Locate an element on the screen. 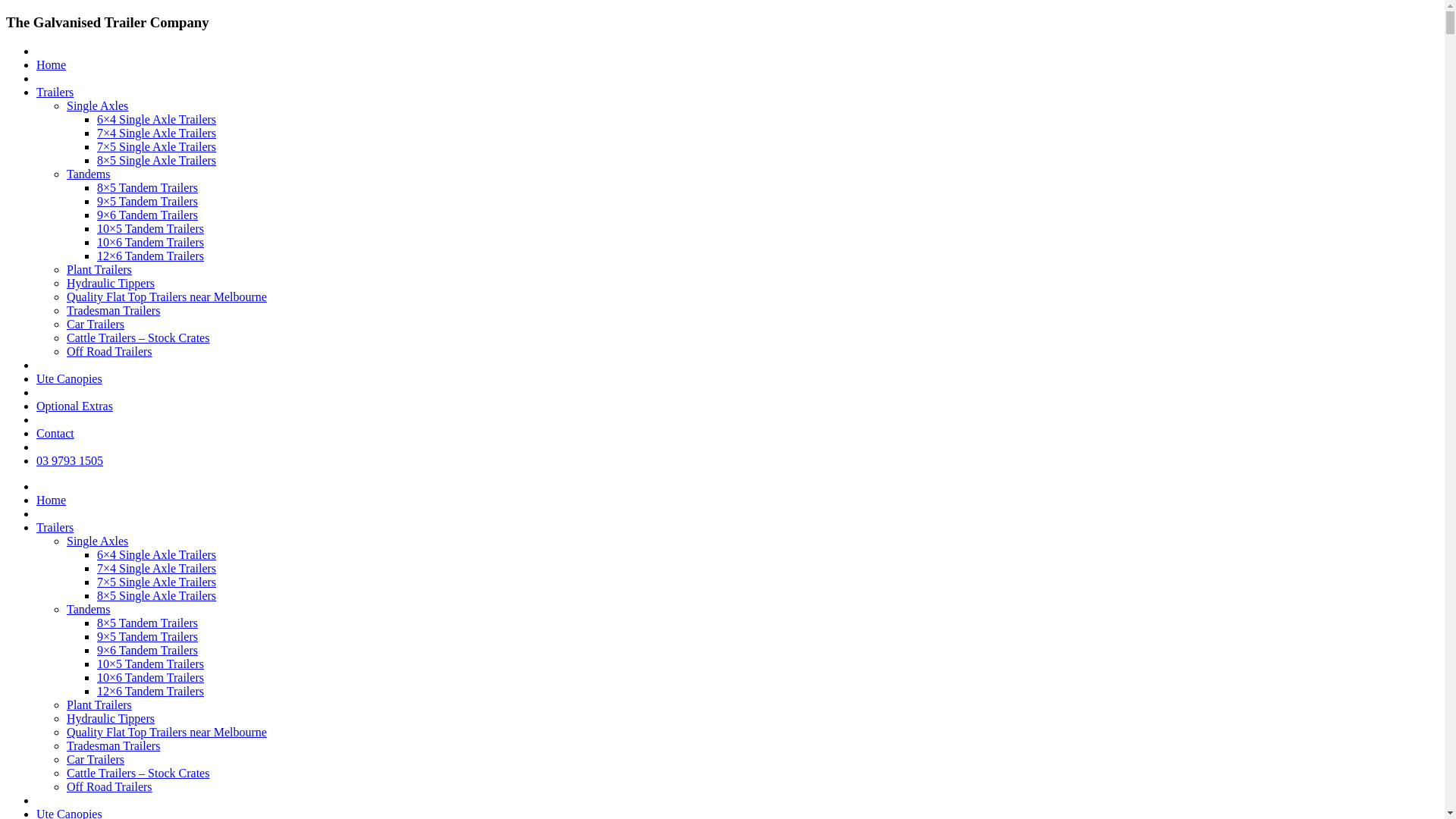 The image size is (1456, 819). 'Trailers' is located at coordinates (55, 92).